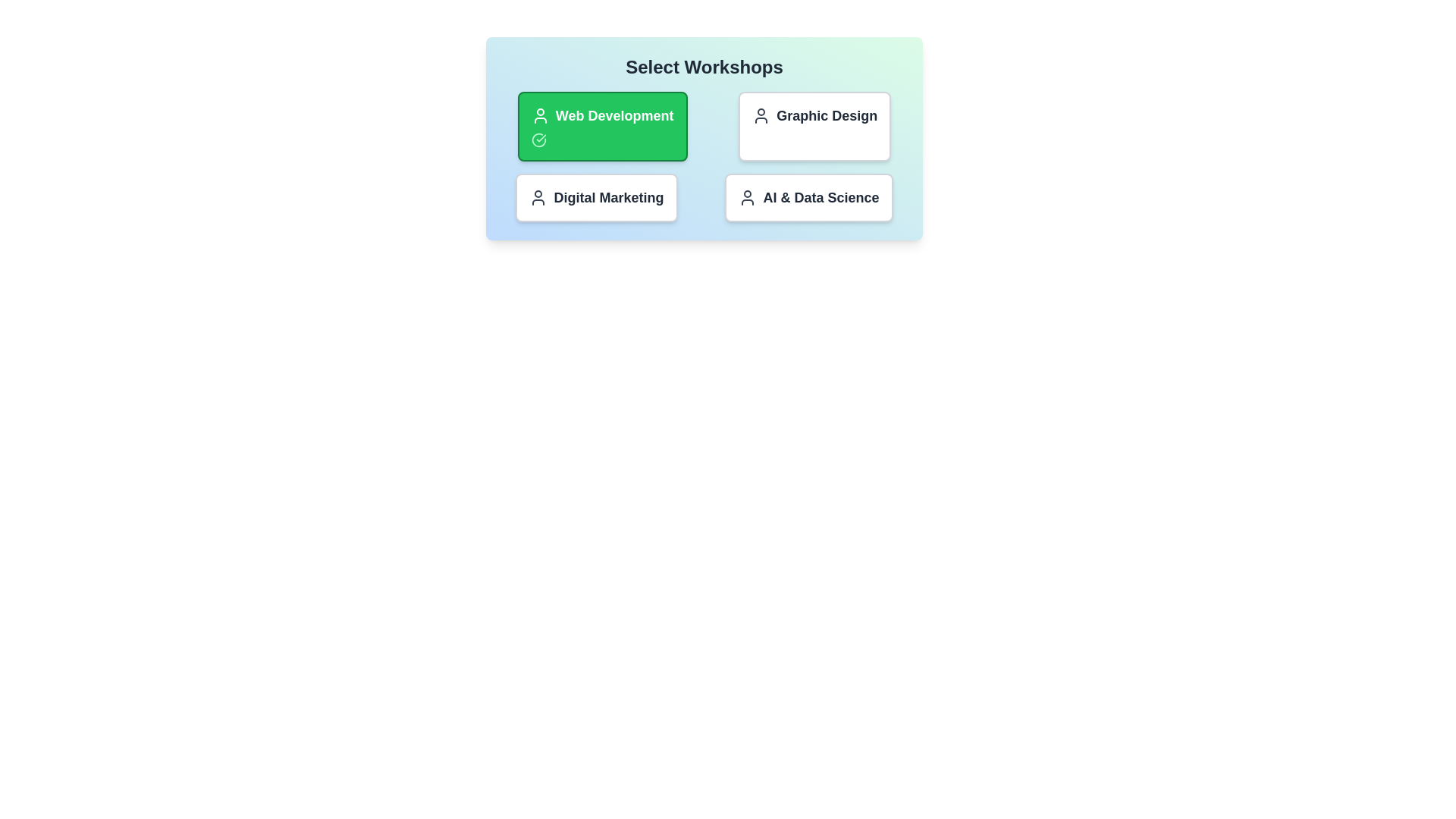  I want to click on the workshop titled Web Development to toggle its selection state, so click(601, 125).